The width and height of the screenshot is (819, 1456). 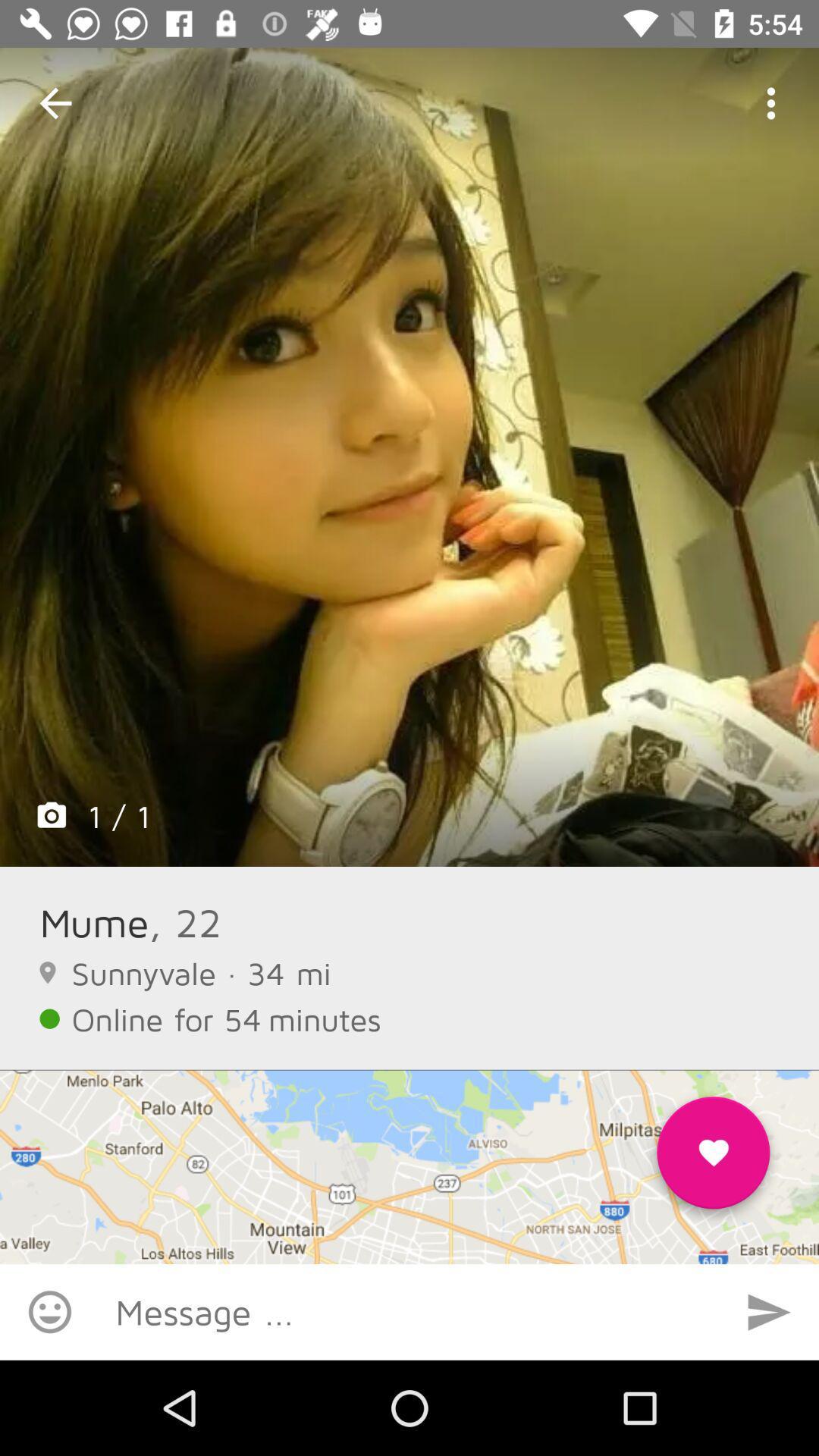 I want to click on switch autoplay option, so click(x=769, y=1311).